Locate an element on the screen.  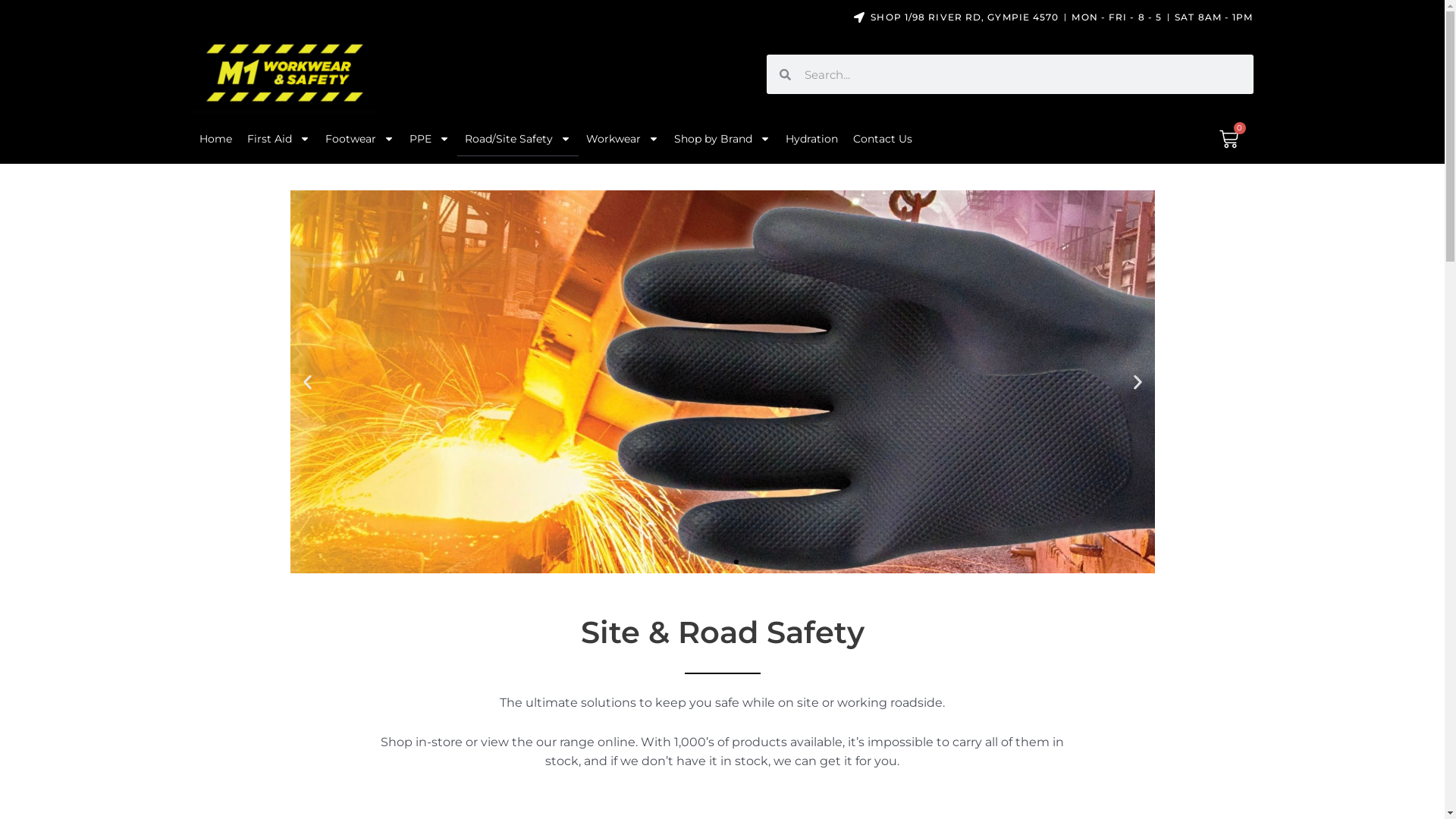
'Shop by Brand' is located at coordinates (666, 138).